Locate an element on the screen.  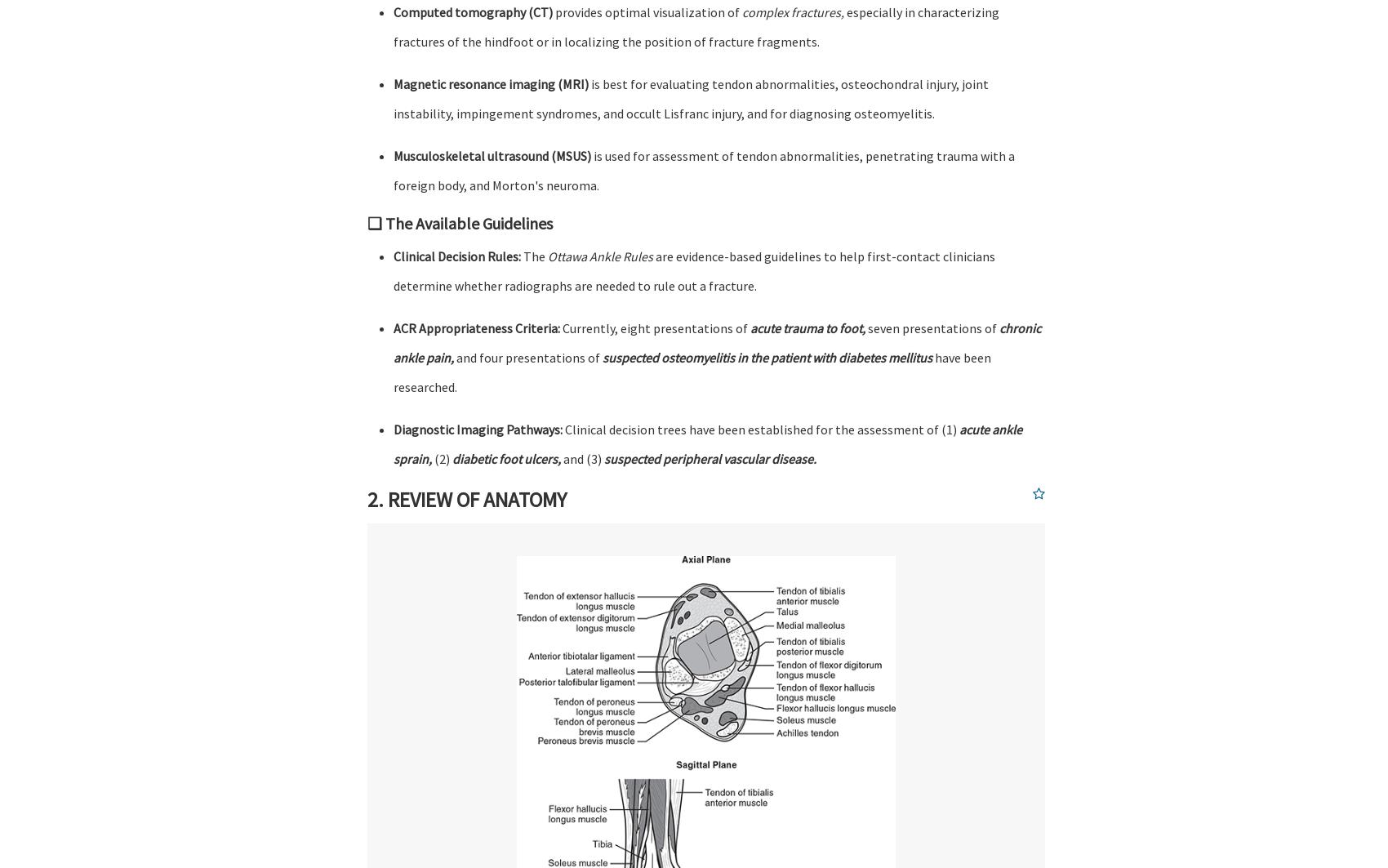
'acute ankle sprain,' is located at coordinates (708, 443).